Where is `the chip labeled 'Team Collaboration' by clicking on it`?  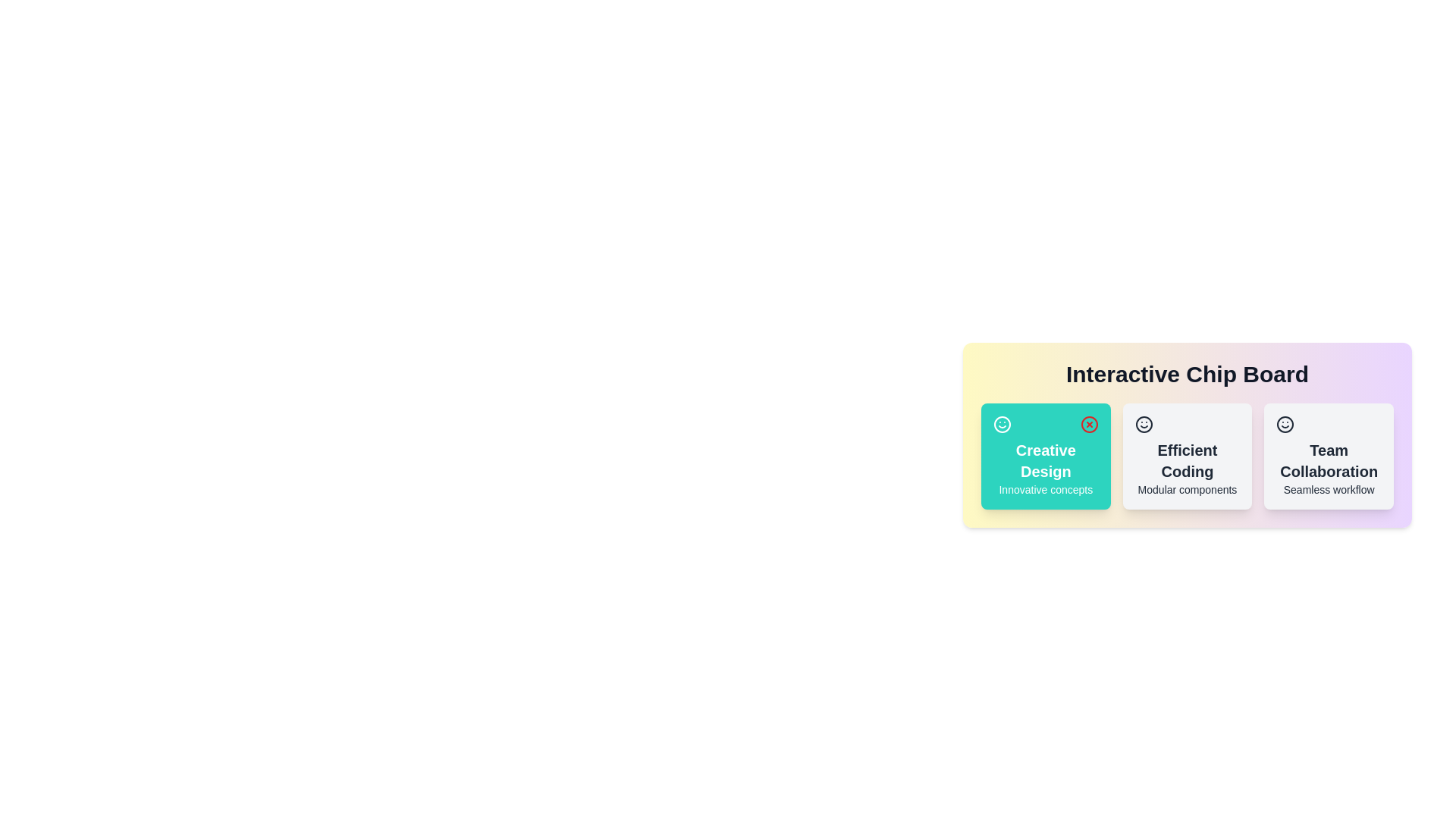 the chip labeled 'Team Collaboration' by clicking on it is located at coordinates (1328, 455).